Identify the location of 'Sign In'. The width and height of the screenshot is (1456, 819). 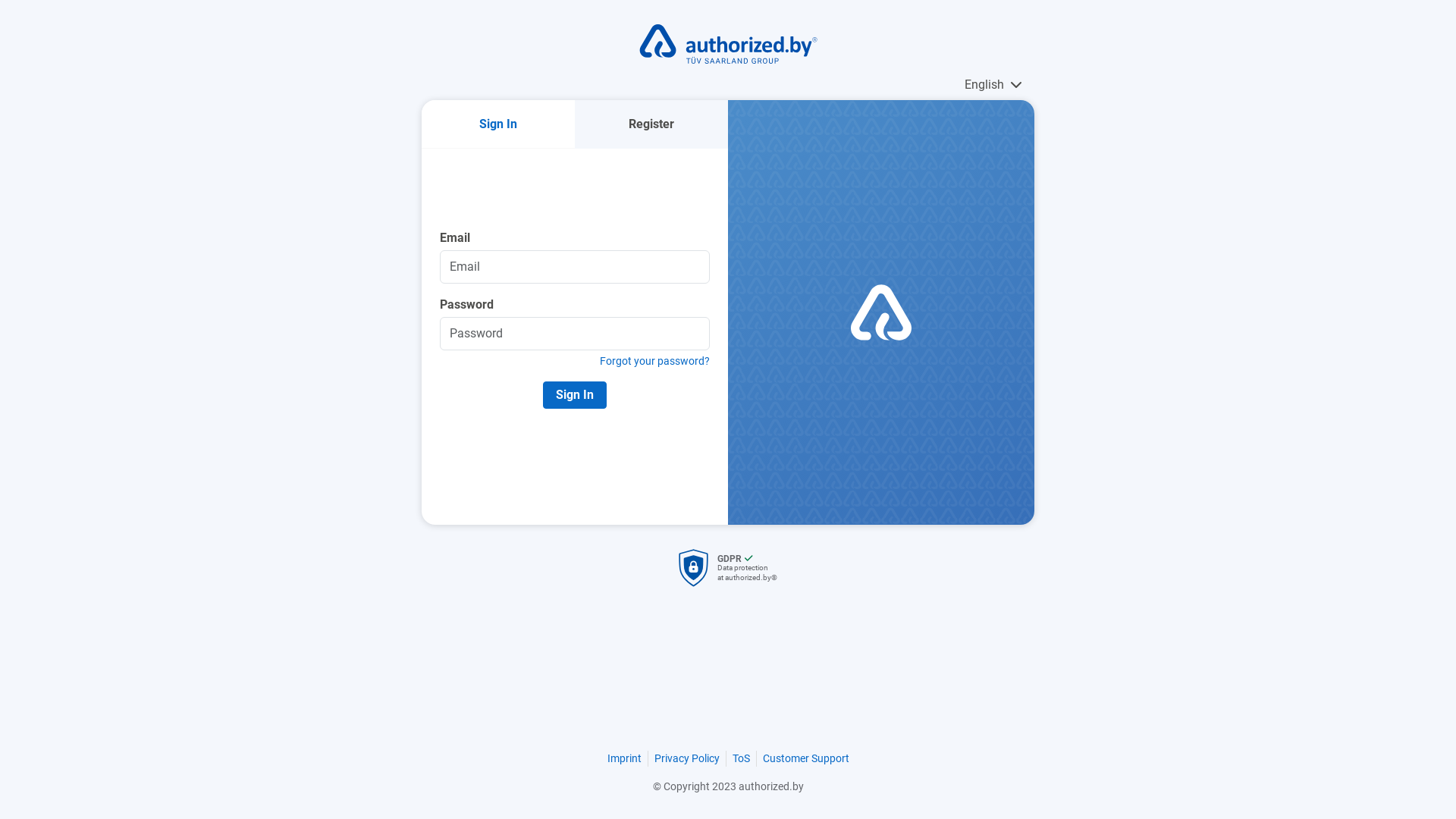
(574, 394).